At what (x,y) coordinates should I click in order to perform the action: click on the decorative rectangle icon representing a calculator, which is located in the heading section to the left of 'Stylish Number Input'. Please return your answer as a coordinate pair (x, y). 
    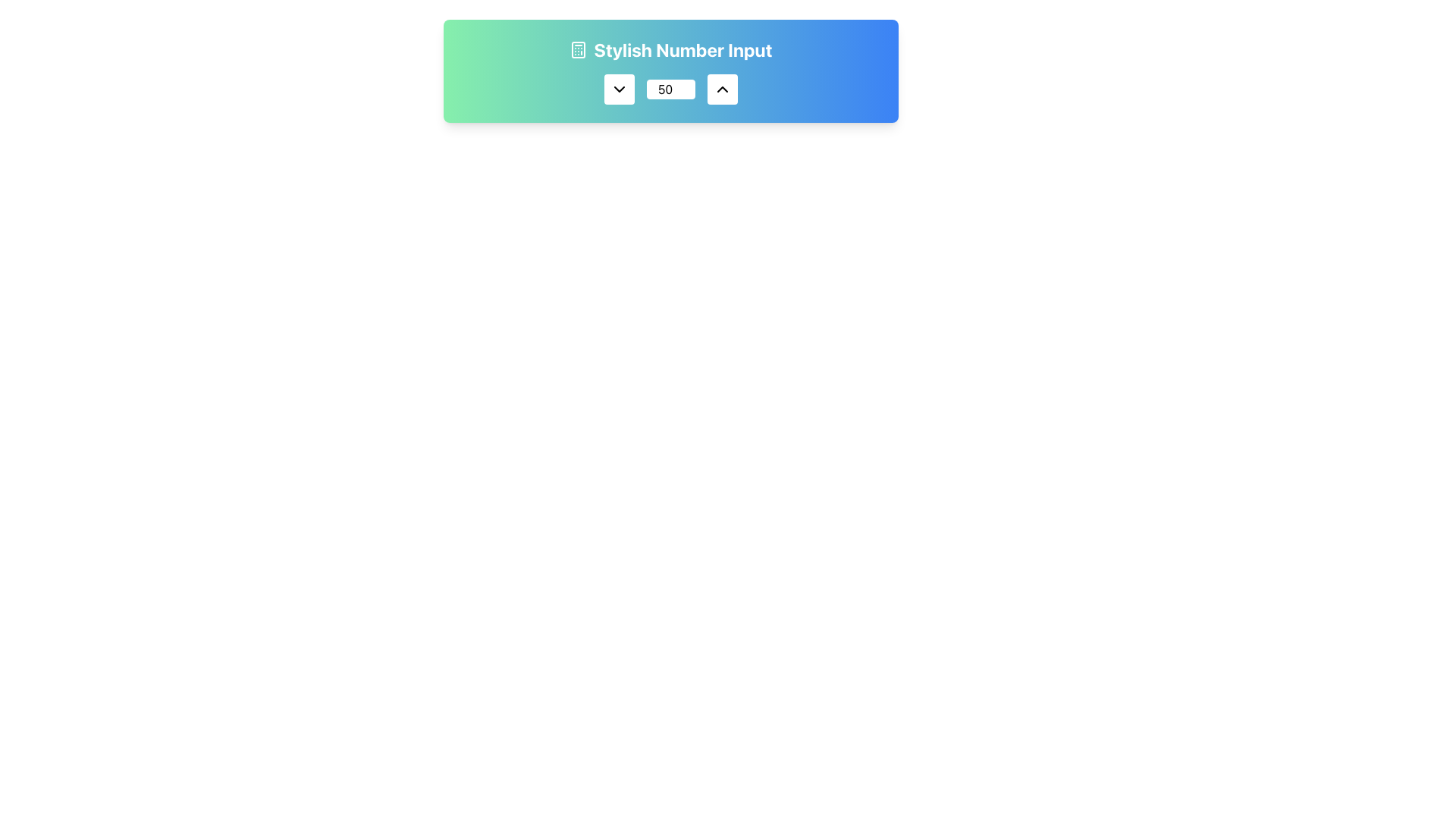
    Looking at the image, I should click on (578, 49).